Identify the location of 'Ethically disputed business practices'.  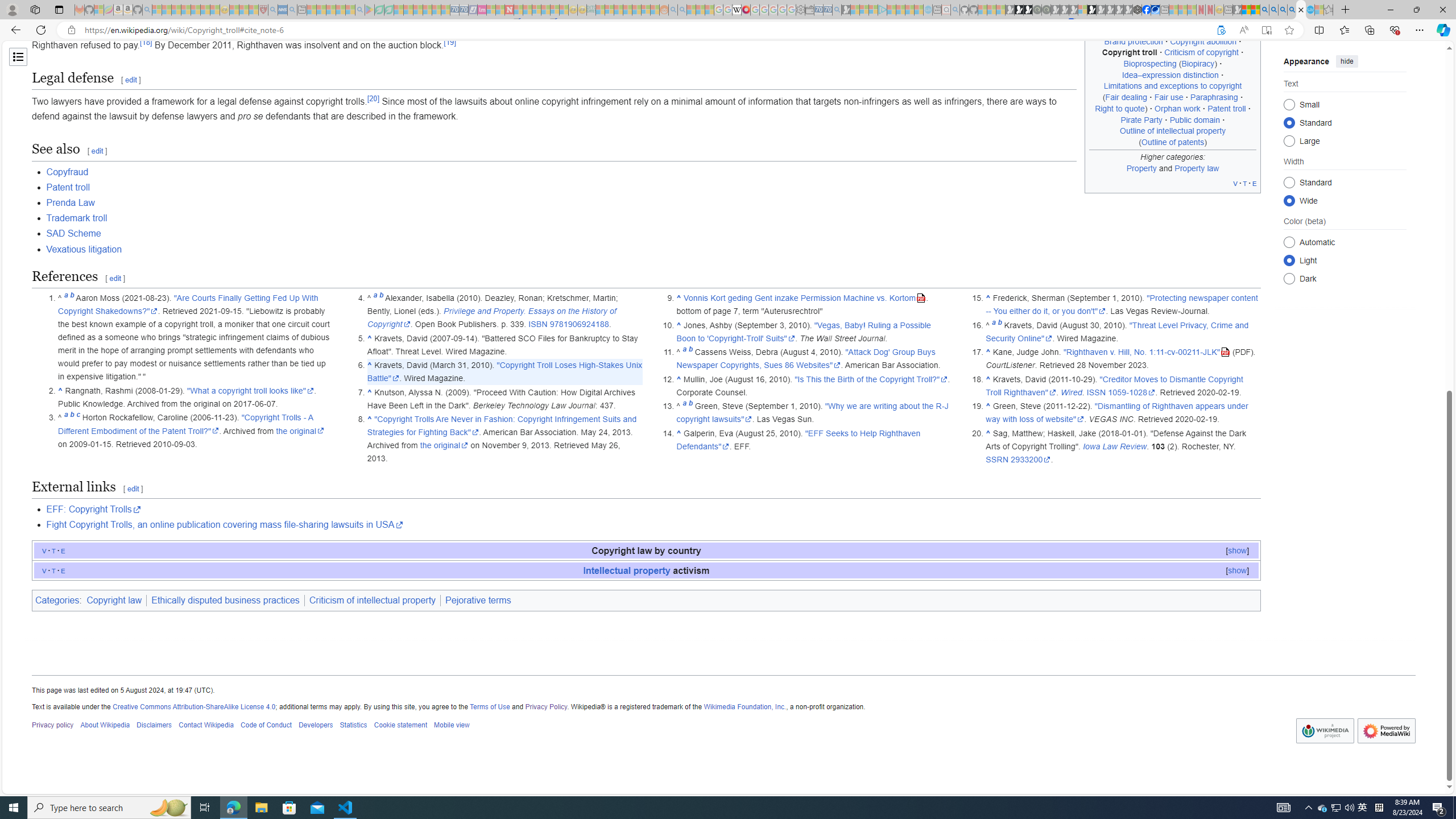
(225, 601).